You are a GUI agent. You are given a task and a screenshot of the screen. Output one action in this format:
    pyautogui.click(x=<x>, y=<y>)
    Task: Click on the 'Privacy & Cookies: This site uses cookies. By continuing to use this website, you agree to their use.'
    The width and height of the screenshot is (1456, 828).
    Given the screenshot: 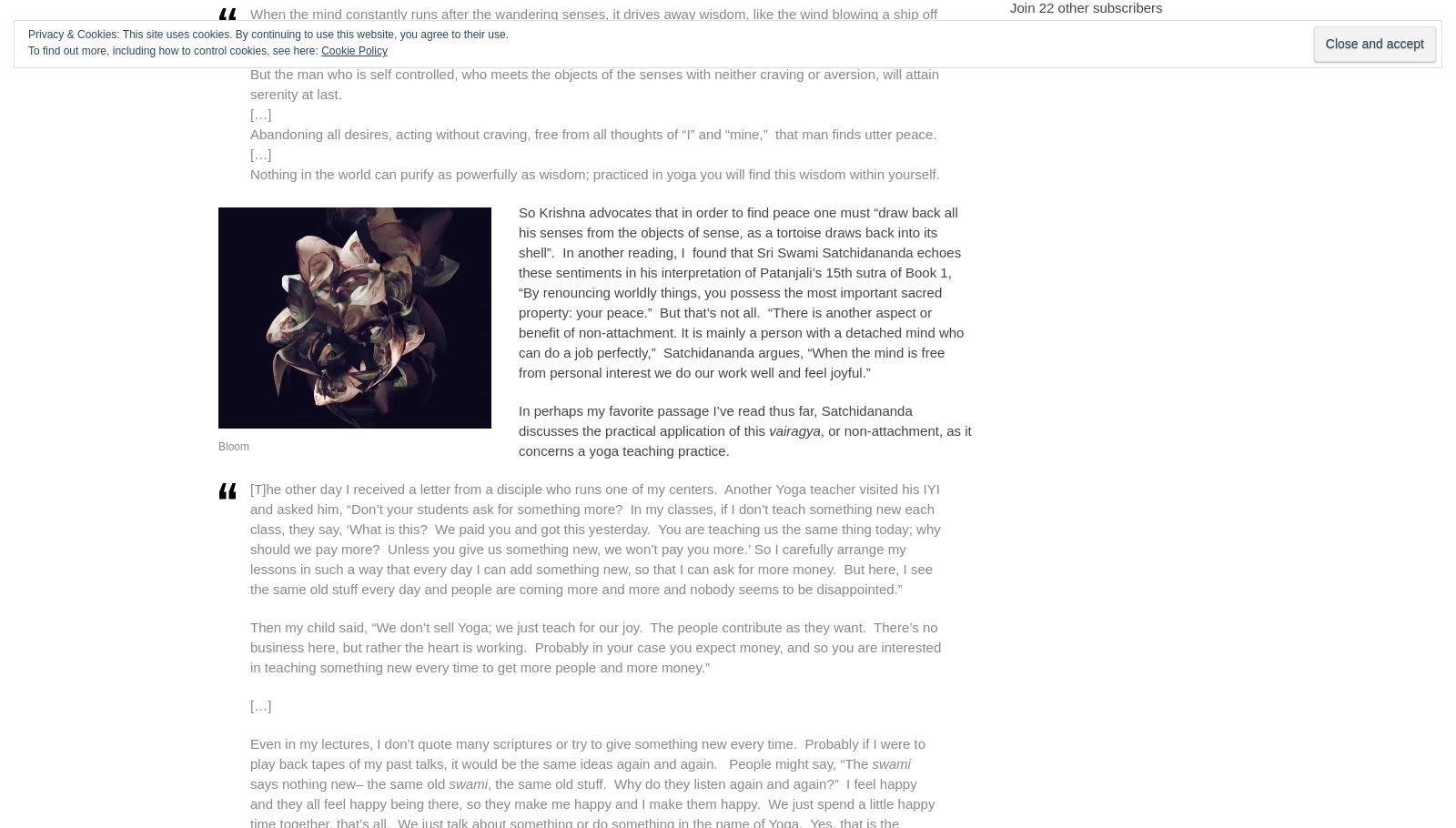 What is the action you would take?
    pyautogui.click(x=268, y=35)
    